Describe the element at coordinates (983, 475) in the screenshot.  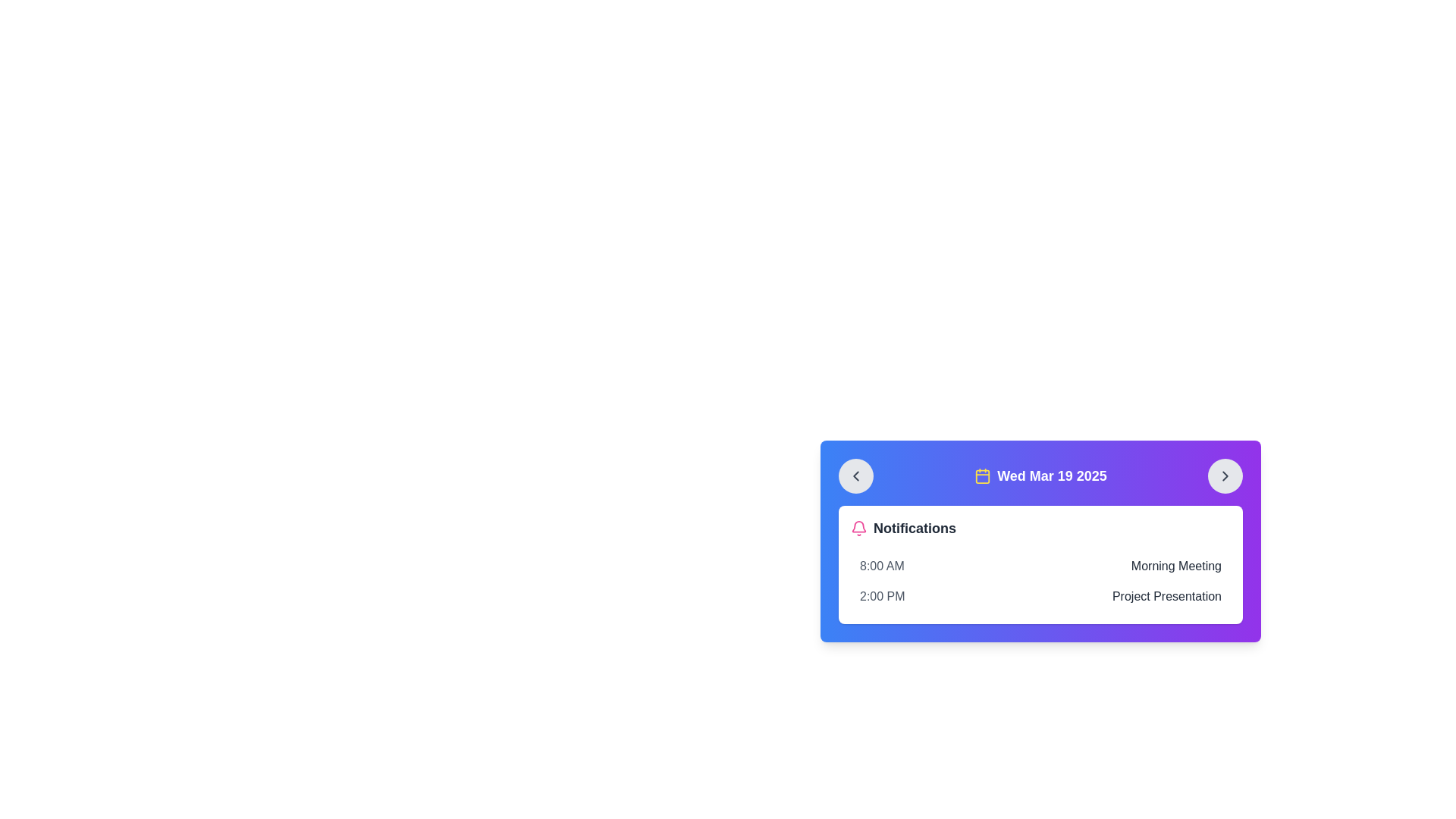
I see `the calendar icon with a yellow outline on a blue background, which is located adjacent to the text 'Wed Mar 19 2025'` at that location.